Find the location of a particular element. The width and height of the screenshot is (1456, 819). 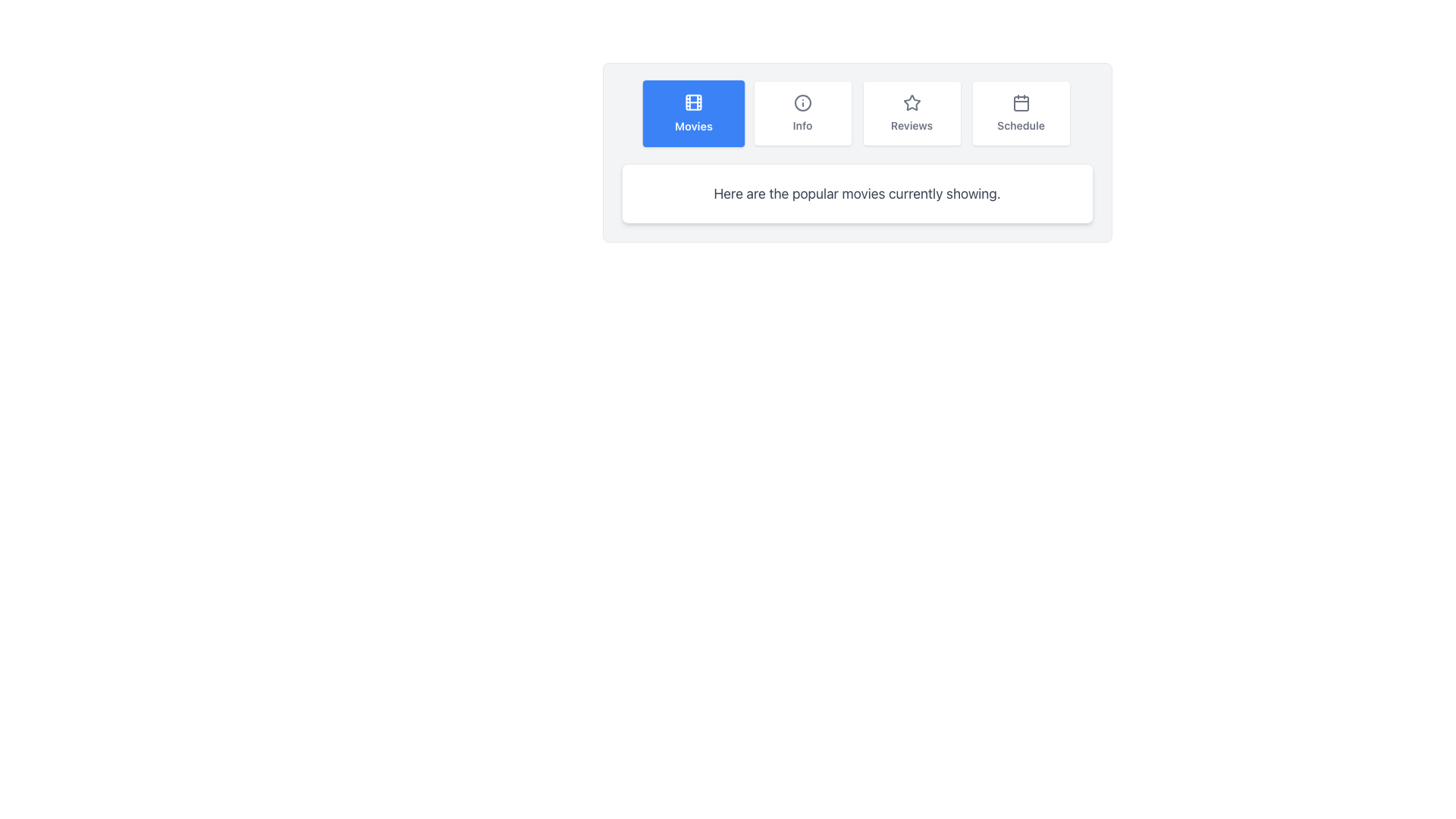

the 'Schedule' button, which is a rectangular interactive button with a white background and a calendar icon is located at coordinates (1021, 113).